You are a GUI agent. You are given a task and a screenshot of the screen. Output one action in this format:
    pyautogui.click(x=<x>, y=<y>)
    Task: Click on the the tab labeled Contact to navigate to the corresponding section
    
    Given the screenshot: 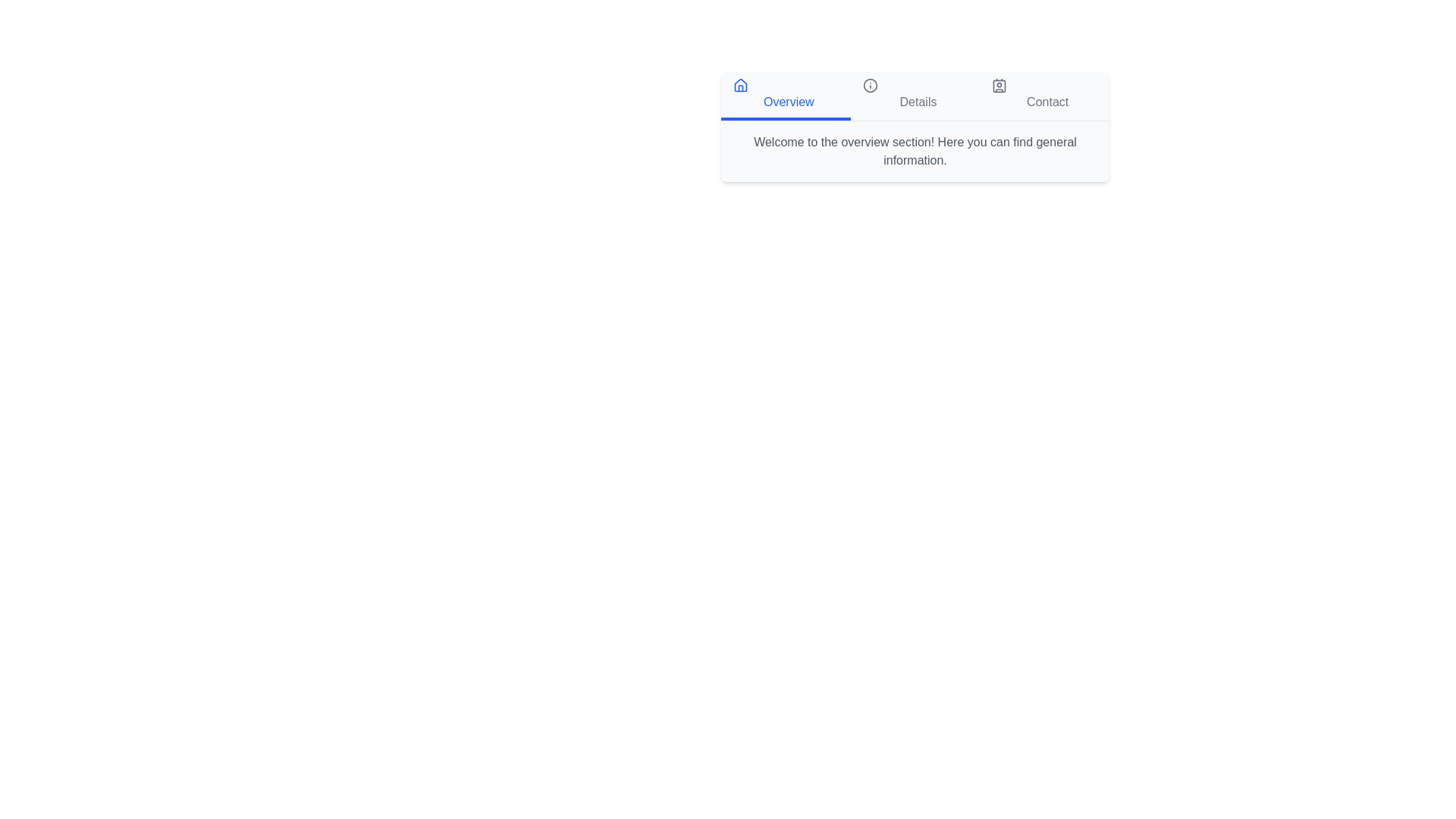 What is the action you would take?
    pyautogui.click(x=1043, y=96)
    